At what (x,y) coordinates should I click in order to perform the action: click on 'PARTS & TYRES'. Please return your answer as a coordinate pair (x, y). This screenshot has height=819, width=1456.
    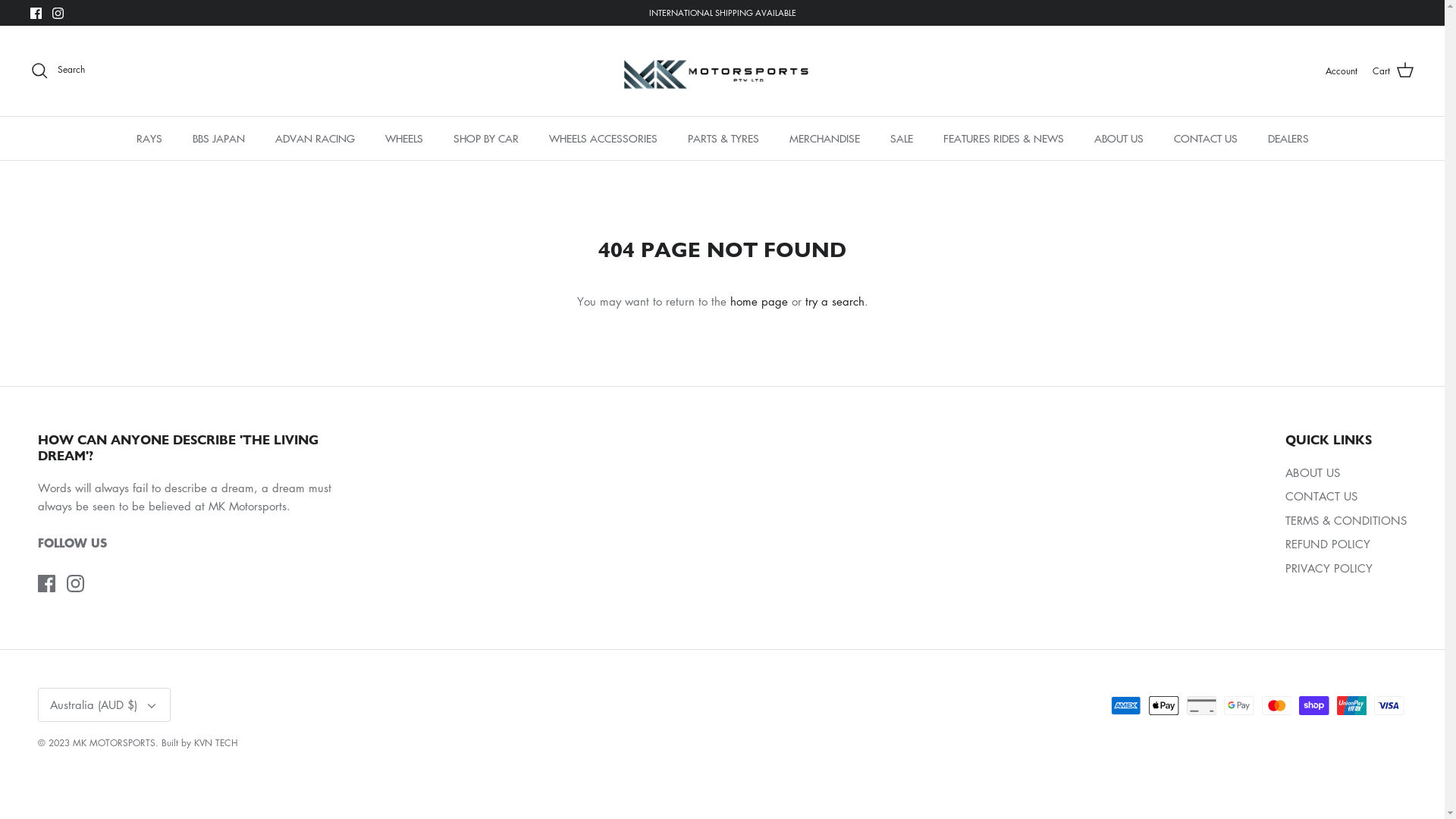
    Looking at the image, I should click on (722, 138).